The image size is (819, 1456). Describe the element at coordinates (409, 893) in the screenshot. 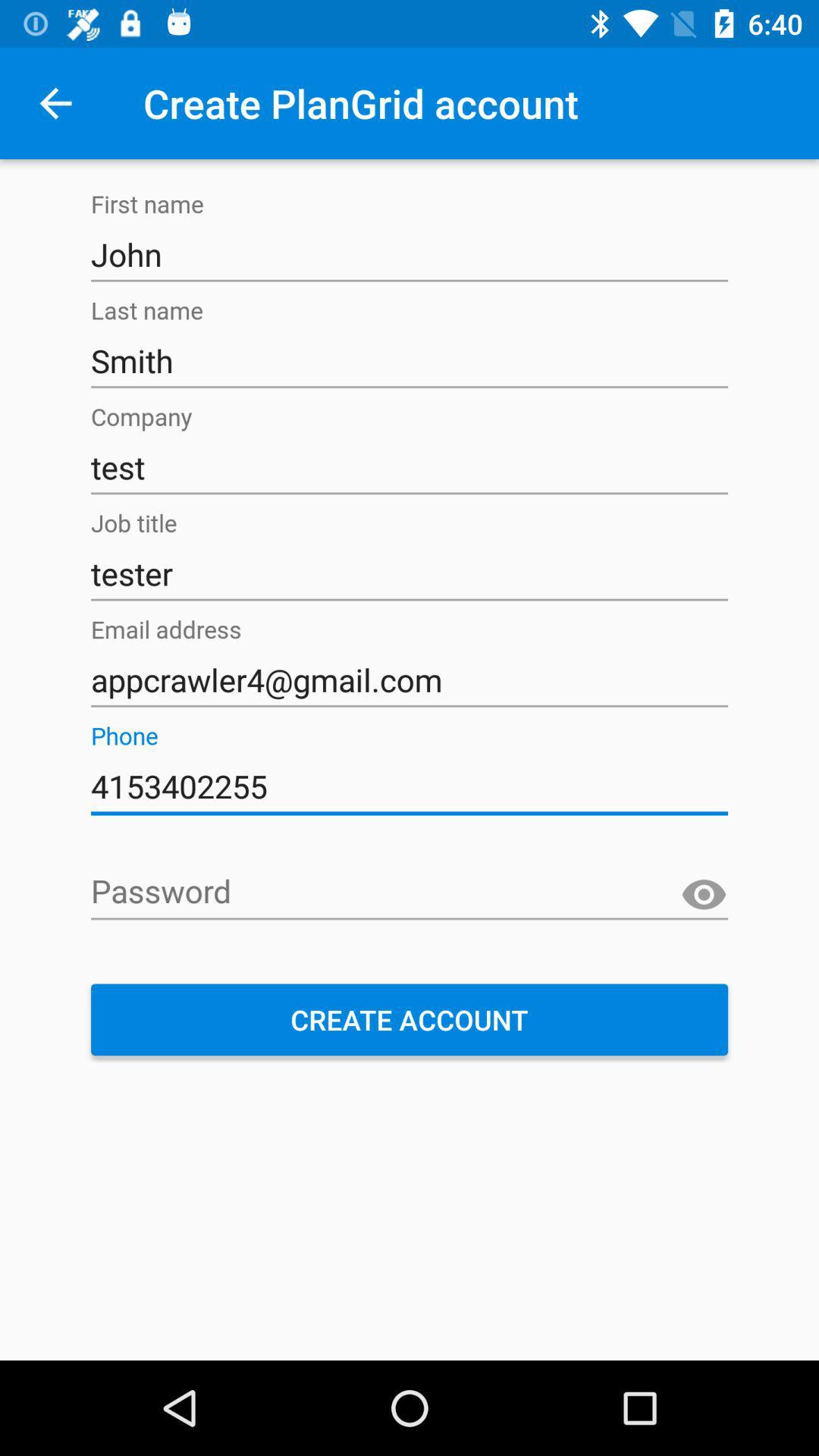

I see `your password` at that location.